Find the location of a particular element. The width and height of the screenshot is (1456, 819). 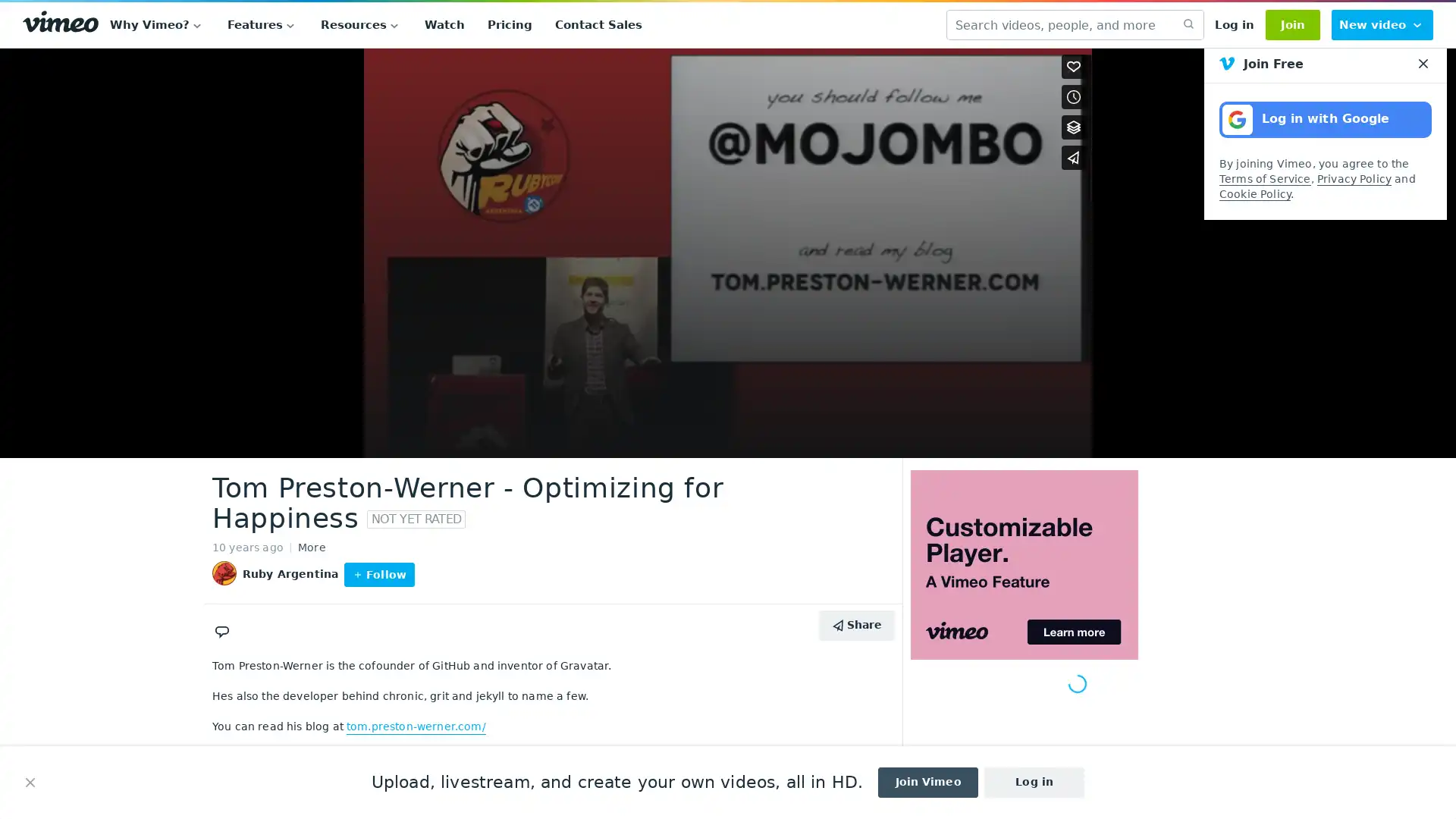

Features is located at coordinates (262, 25).